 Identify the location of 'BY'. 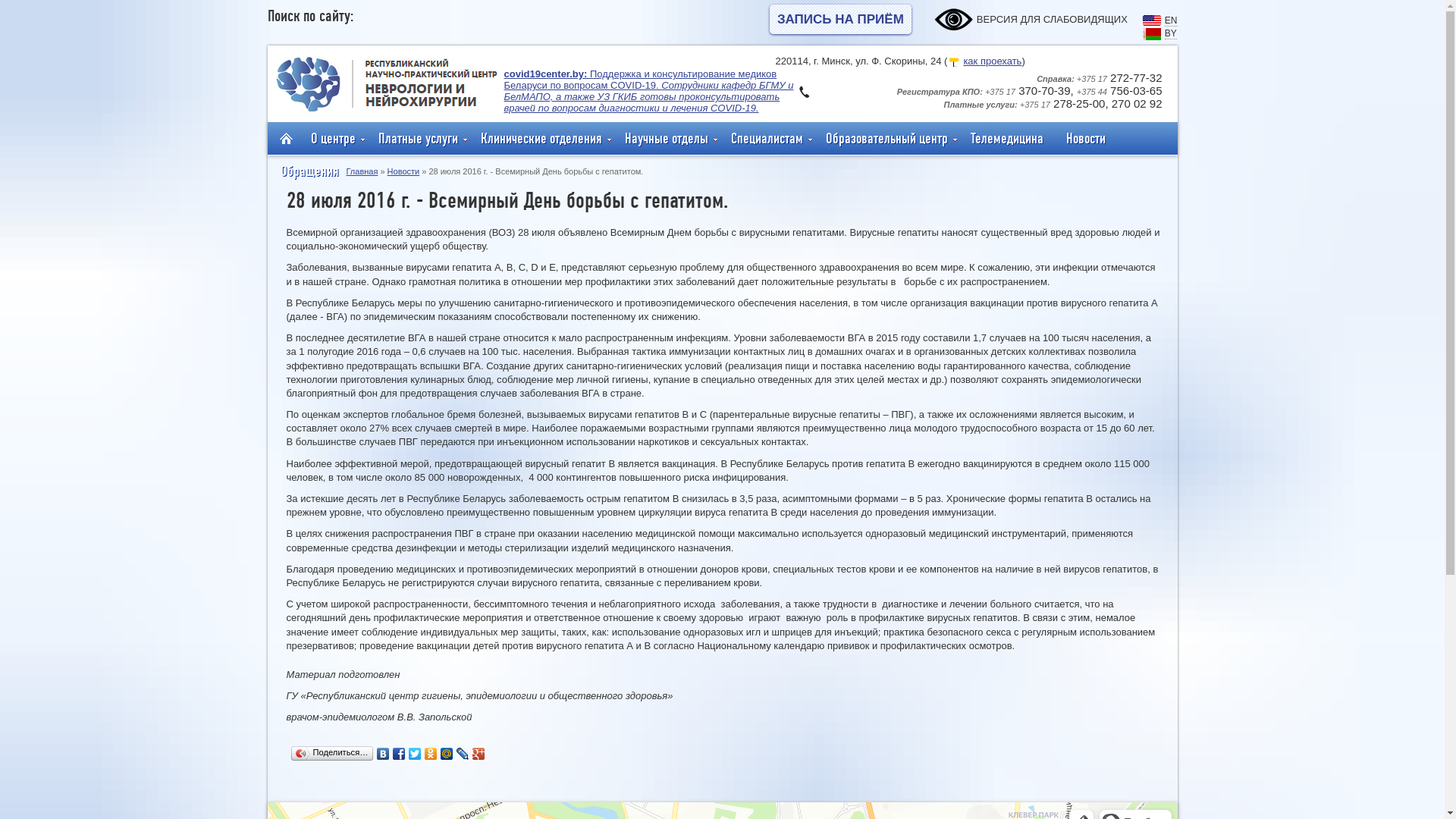
(1170, 32).